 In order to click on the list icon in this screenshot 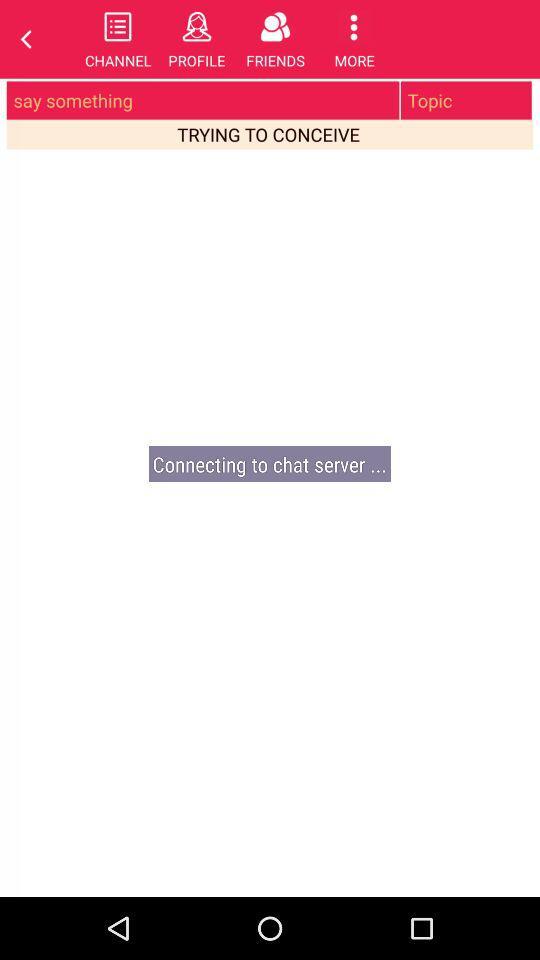, I will do `click(117, 27)`.